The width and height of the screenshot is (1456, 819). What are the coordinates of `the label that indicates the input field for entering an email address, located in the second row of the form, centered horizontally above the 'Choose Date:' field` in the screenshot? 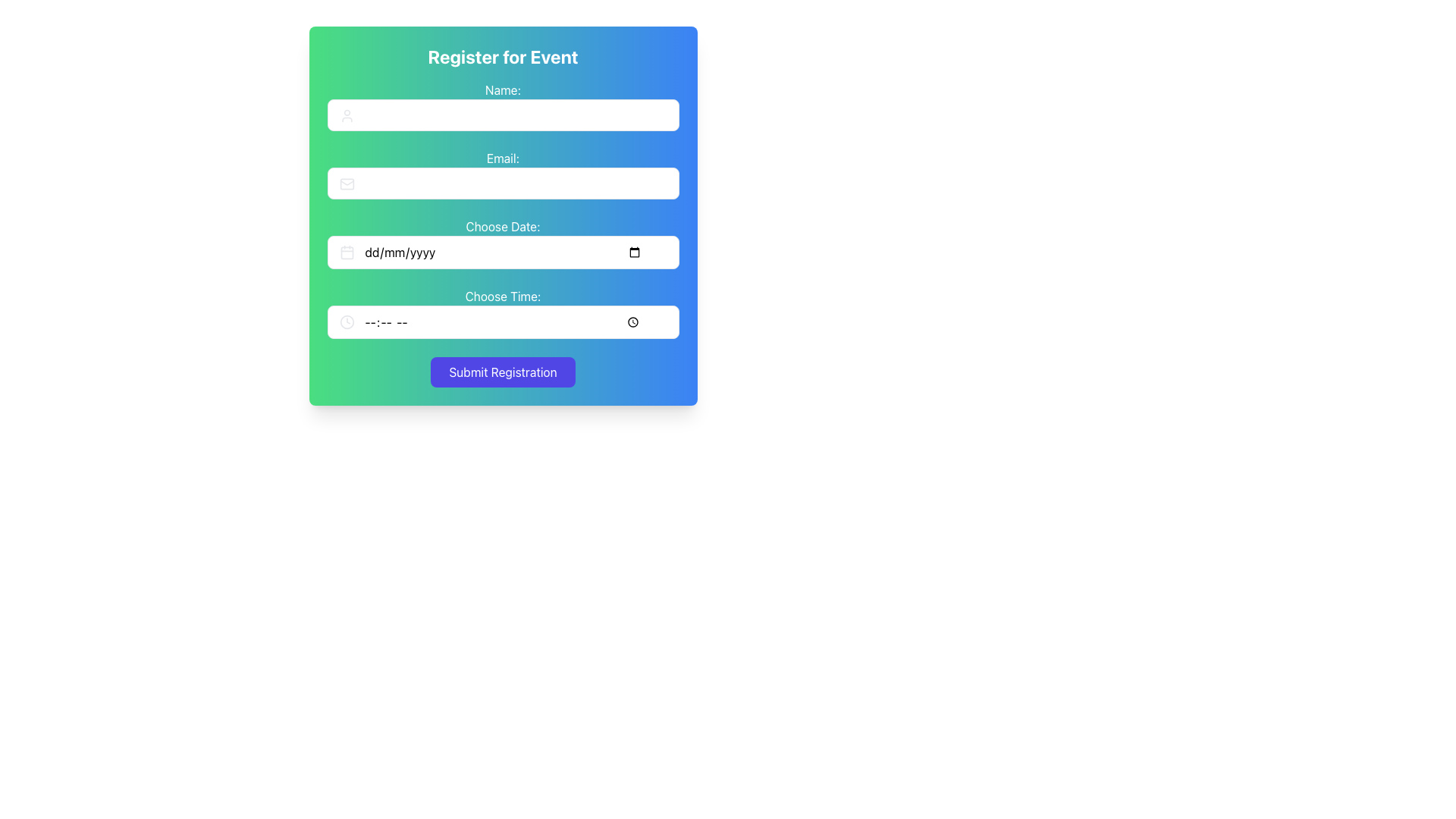 It's located at (503, 174).